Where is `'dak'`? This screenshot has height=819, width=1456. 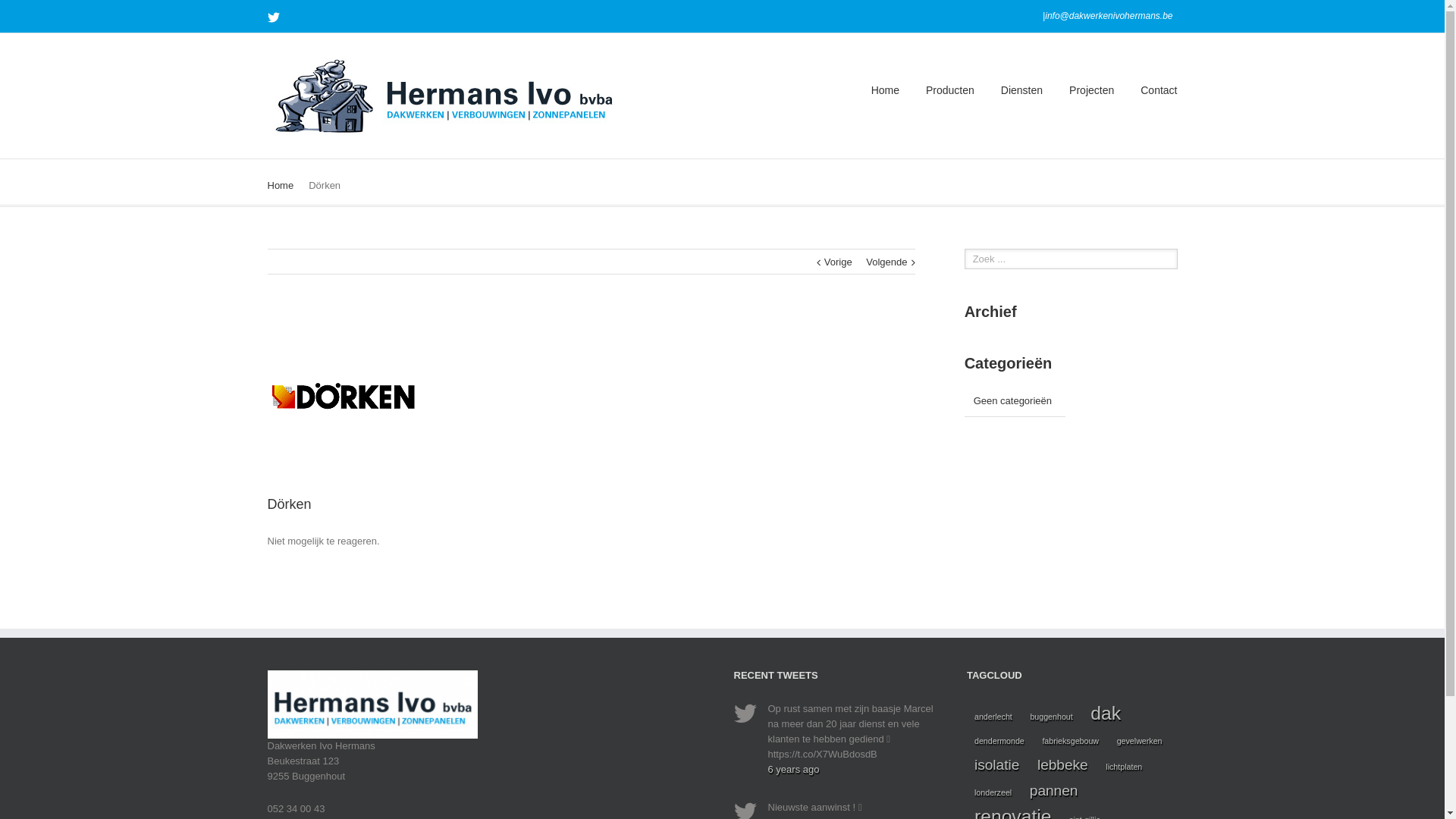 'dak' is located at coordinates (1106, 714).